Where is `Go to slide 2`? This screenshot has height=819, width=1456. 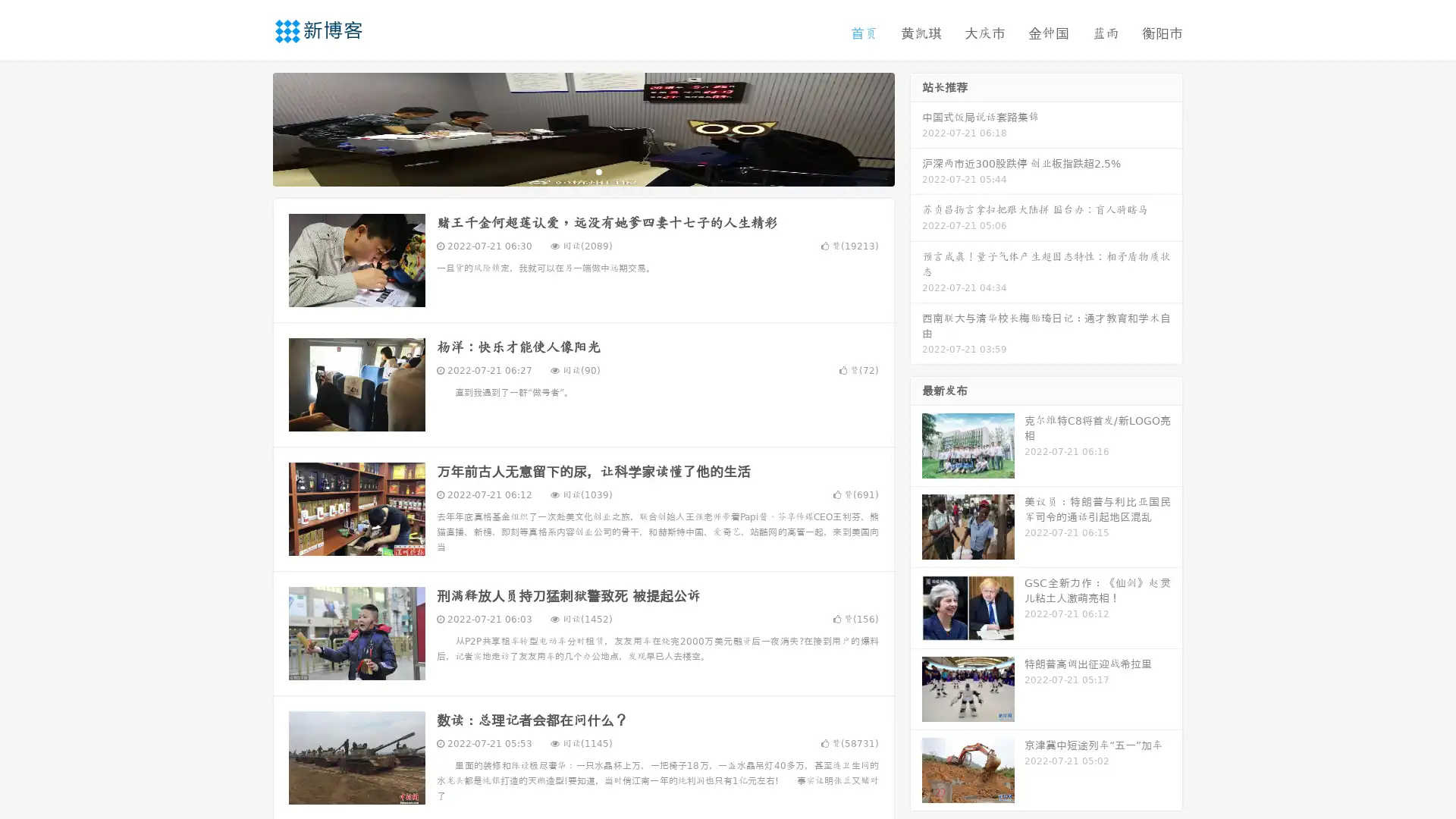 Go to slide 2 is located at coordinates (582, 171).